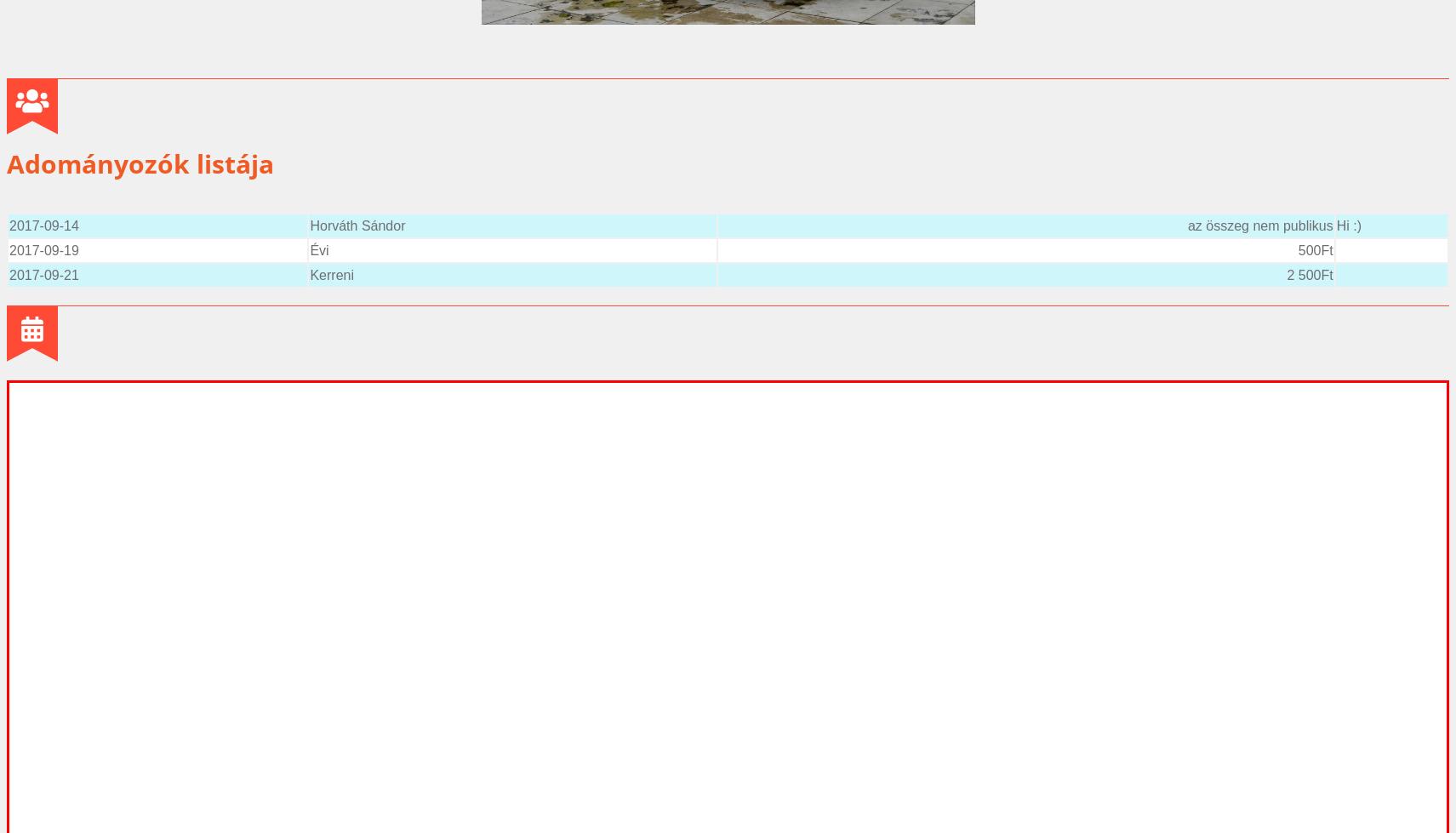 Image resolution: width=1456 pixels, height=833 pixels. I want to click on '2017-09-21', so click(43, 274).